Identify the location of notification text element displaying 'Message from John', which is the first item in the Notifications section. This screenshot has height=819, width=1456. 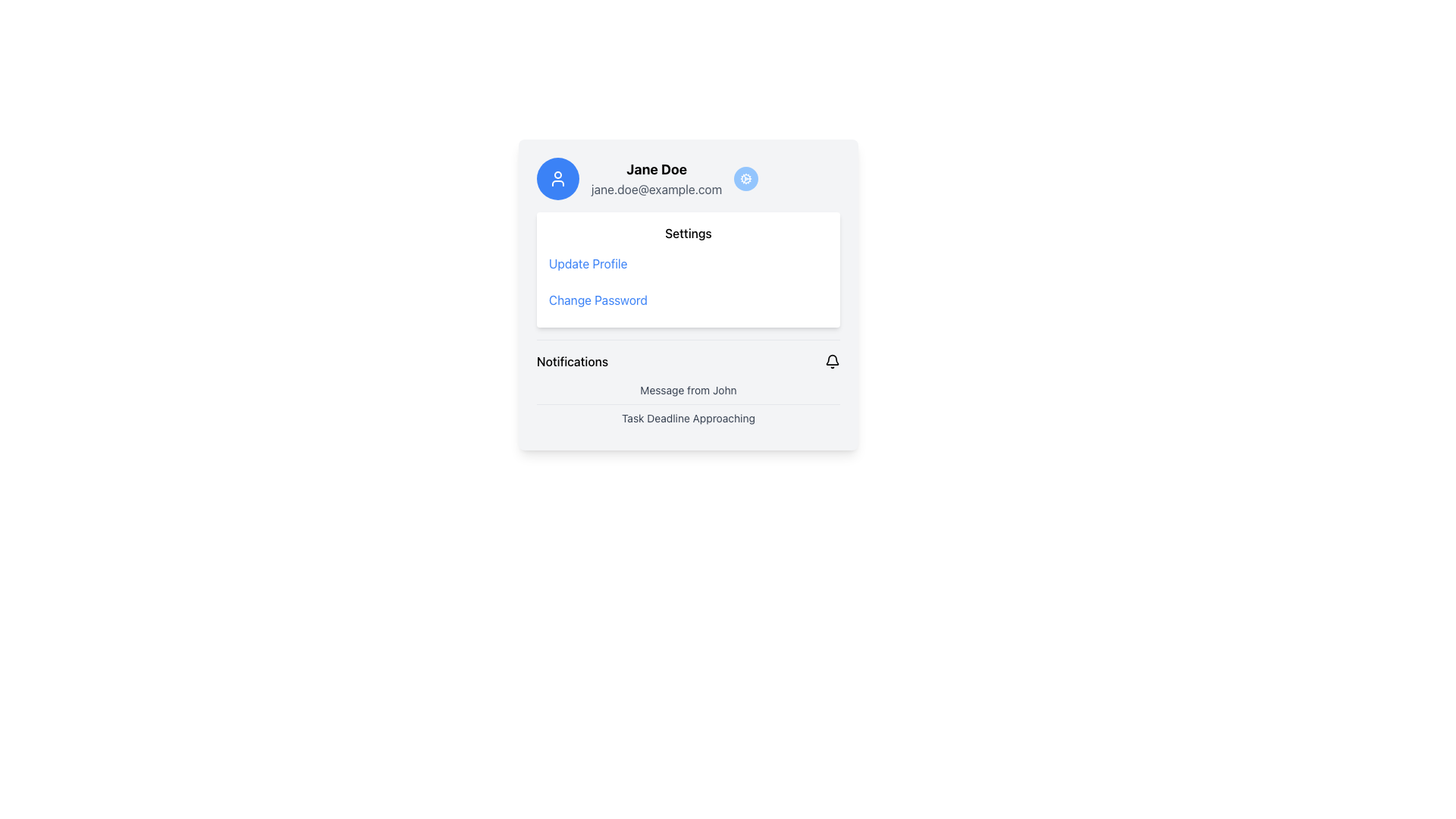
(687, 390).